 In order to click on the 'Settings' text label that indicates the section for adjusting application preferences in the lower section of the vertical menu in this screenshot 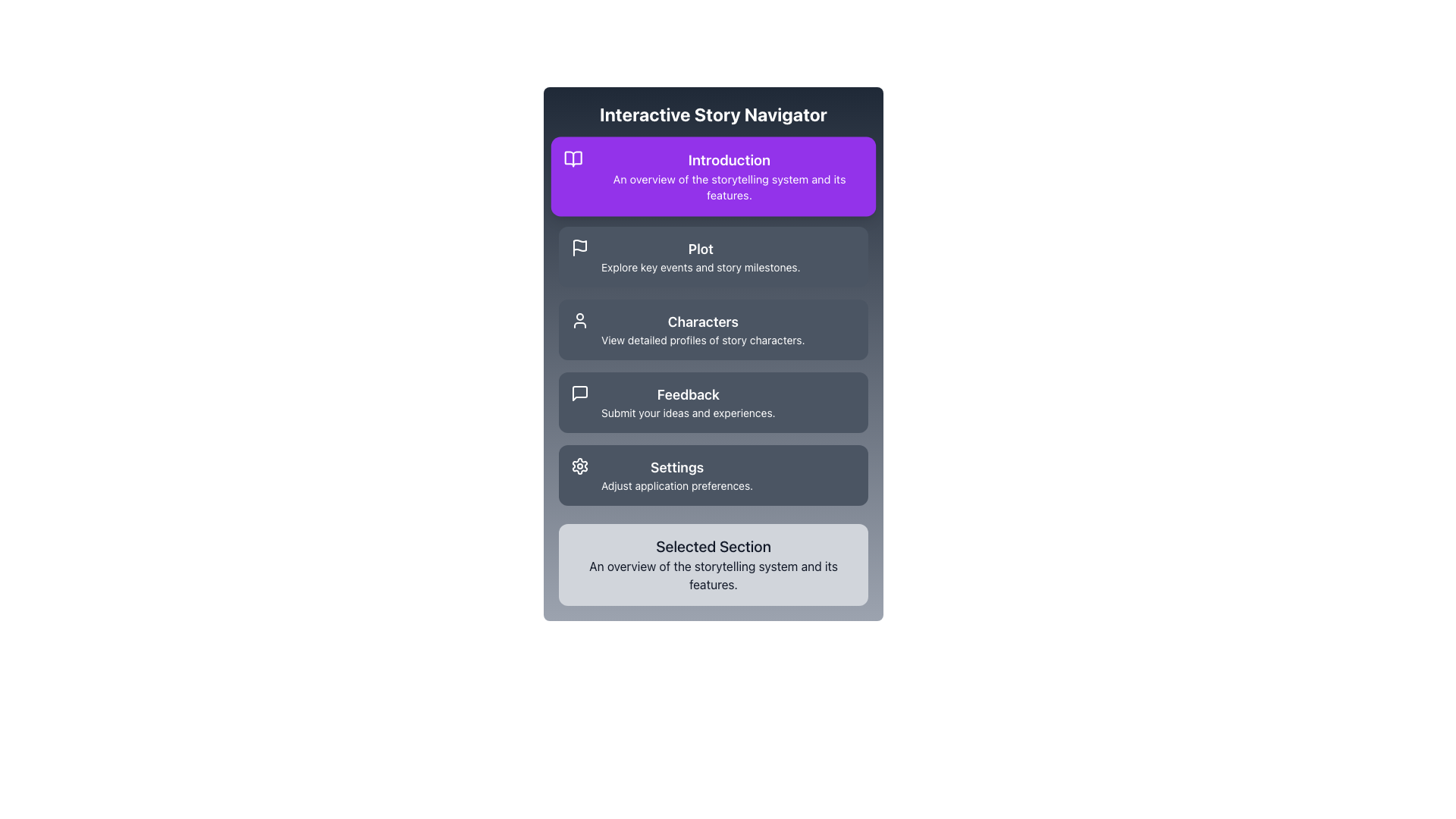, I will do `click(676, 467)`.